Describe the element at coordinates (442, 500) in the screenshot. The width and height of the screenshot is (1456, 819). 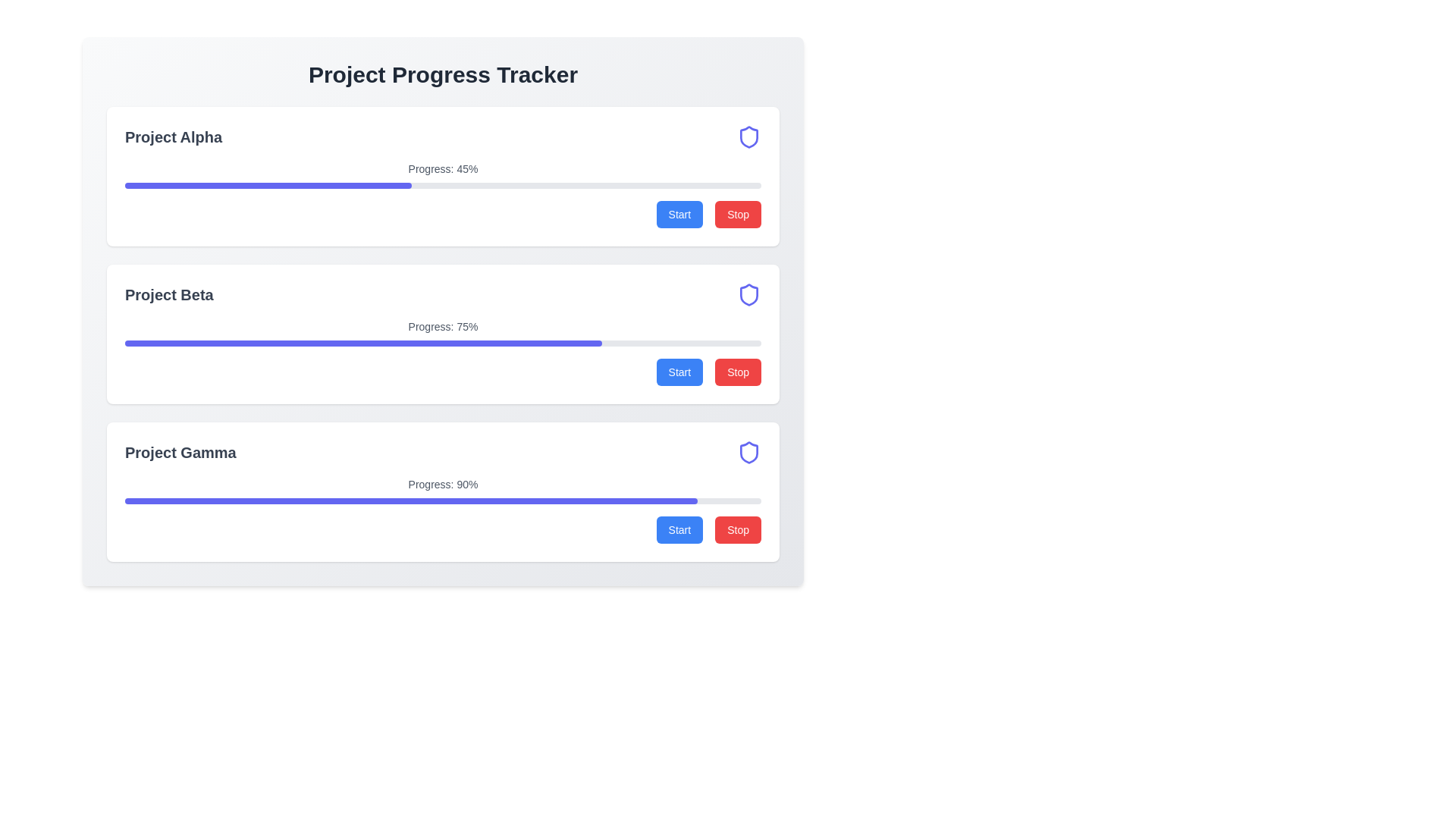
I see `the Progress bar indicating 90% completion for Project Gamma, located below the 'Progress: 90%' text and above the 'Start' and 'Stop' buttons` at that location.